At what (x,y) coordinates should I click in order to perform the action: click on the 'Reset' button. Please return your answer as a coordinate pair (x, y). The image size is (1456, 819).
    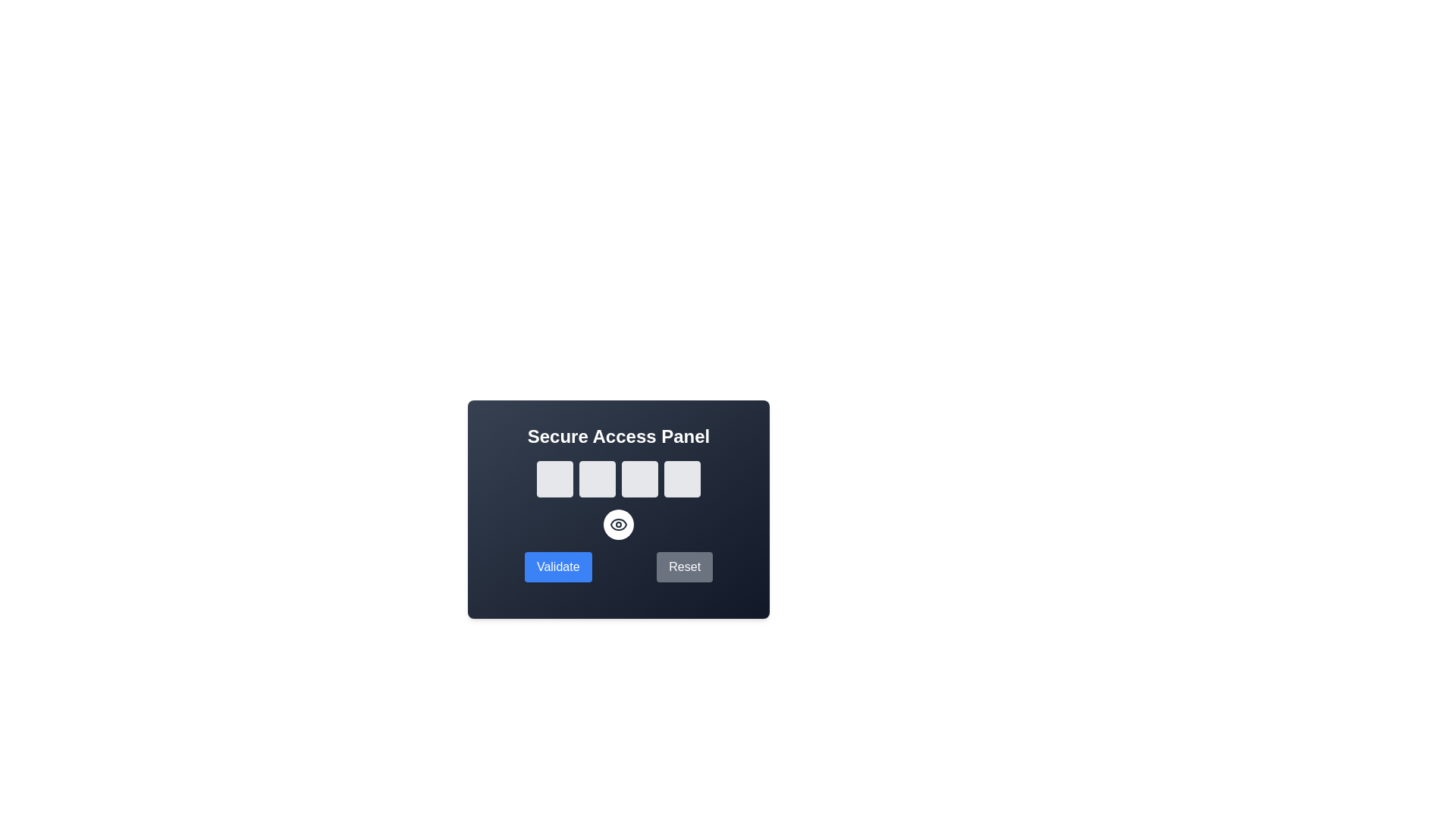
    Looking at the image, I should click on (684, 567).